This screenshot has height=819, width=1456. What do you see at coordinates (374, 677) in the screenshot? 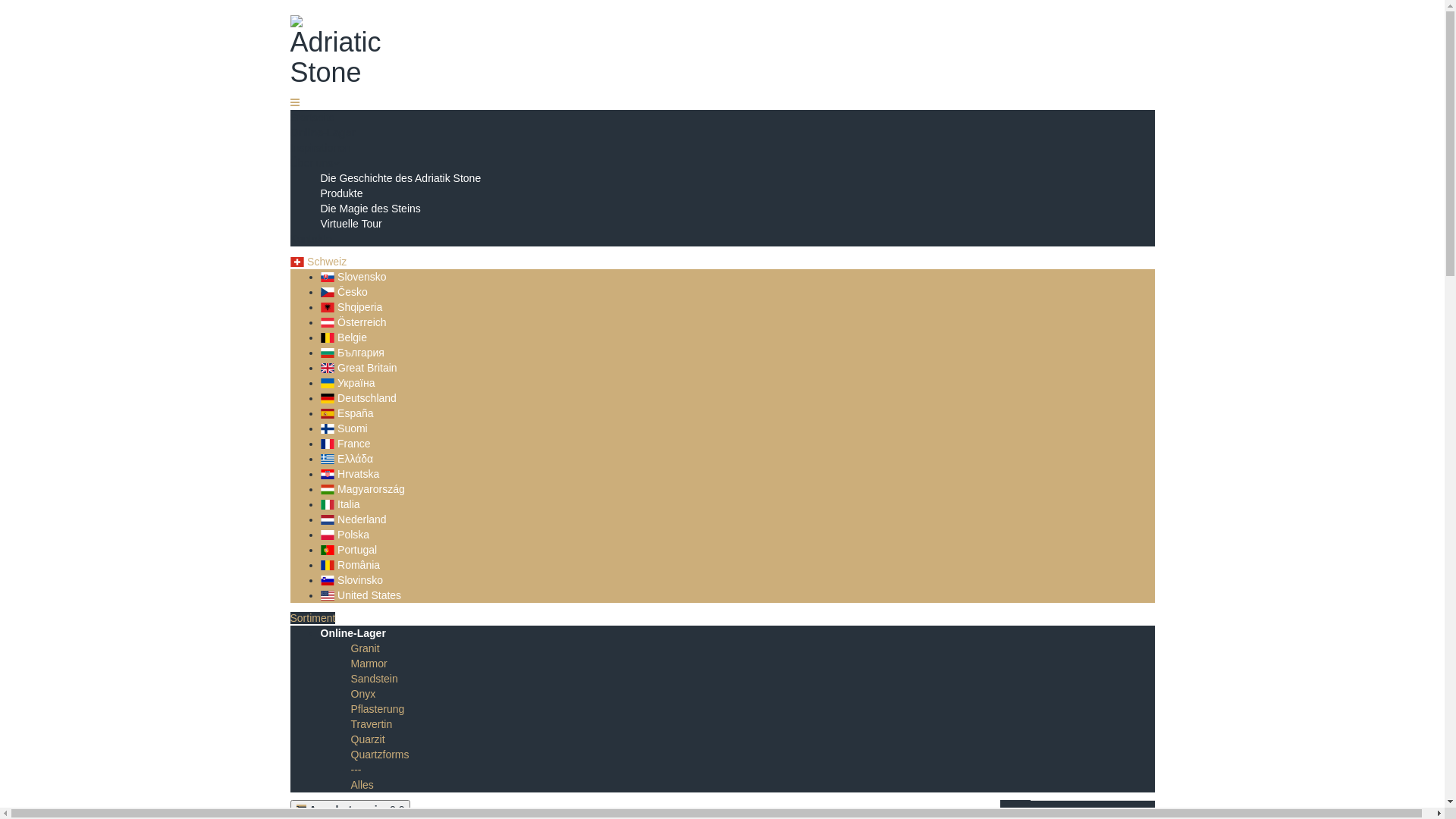
I see `'Sandstein'` at bounding box center [374, 677].